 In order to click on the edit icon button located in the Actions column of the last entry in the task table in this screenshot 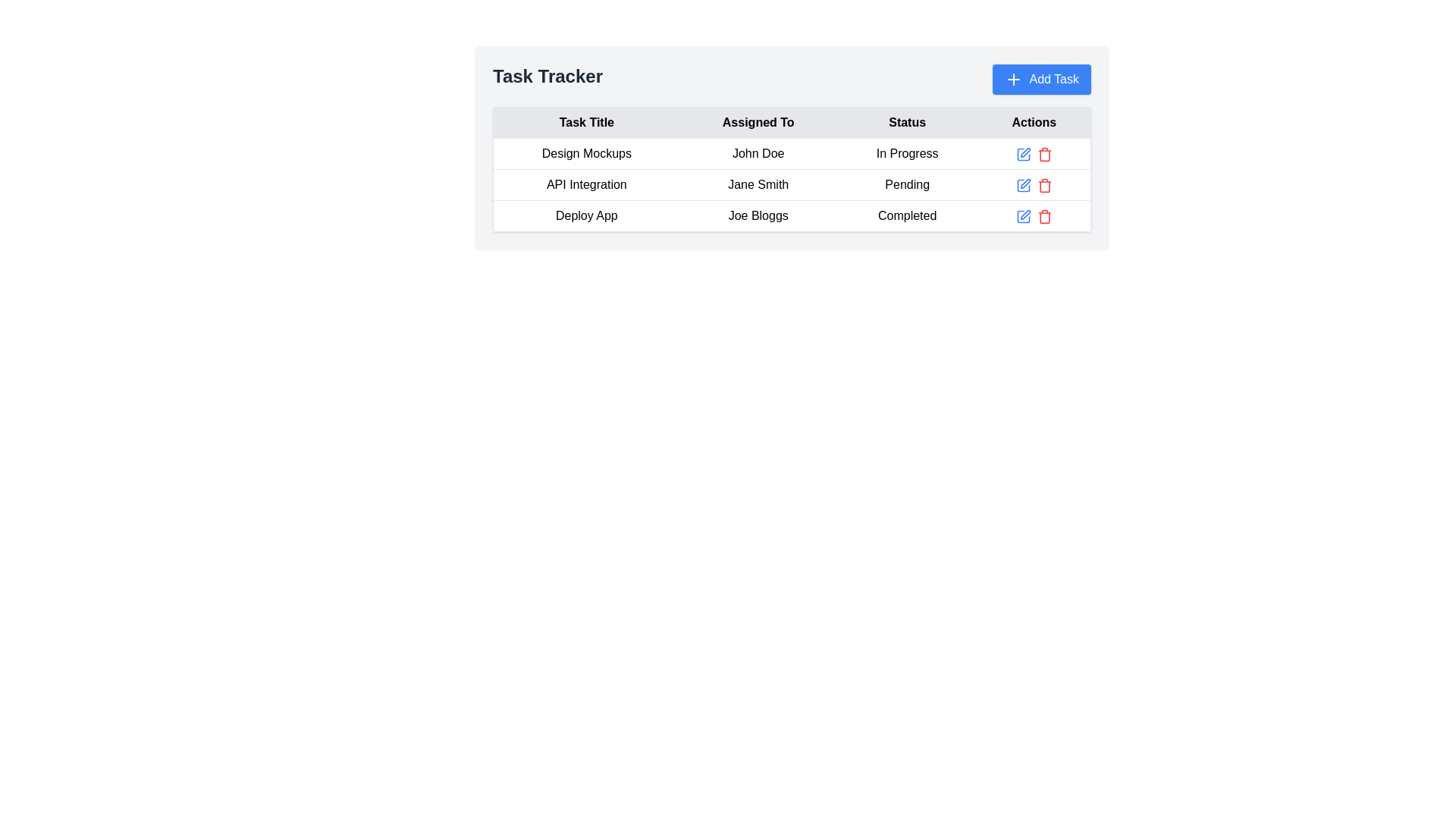, I will do `click(1025, 215)`.